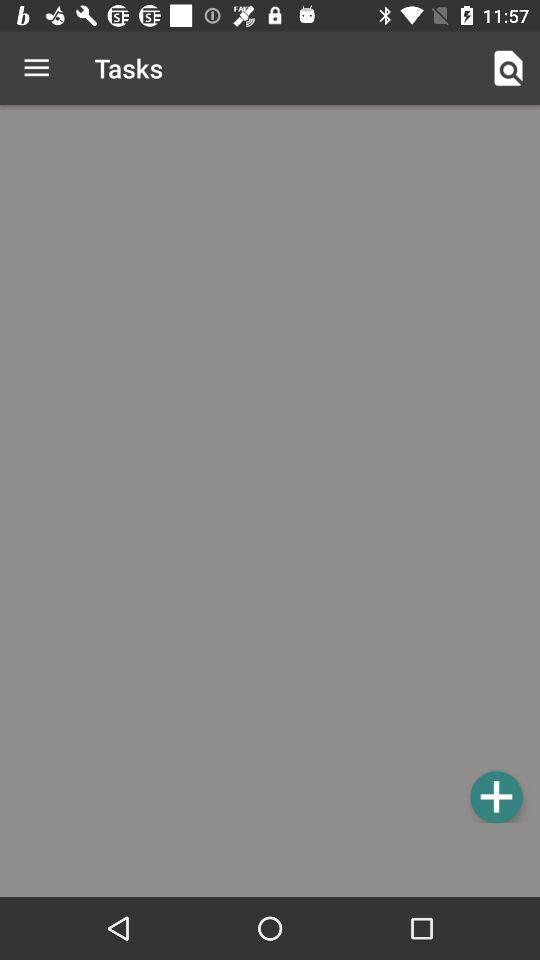  I want to click on the icon to the left of the tasks, so click(36, 68).